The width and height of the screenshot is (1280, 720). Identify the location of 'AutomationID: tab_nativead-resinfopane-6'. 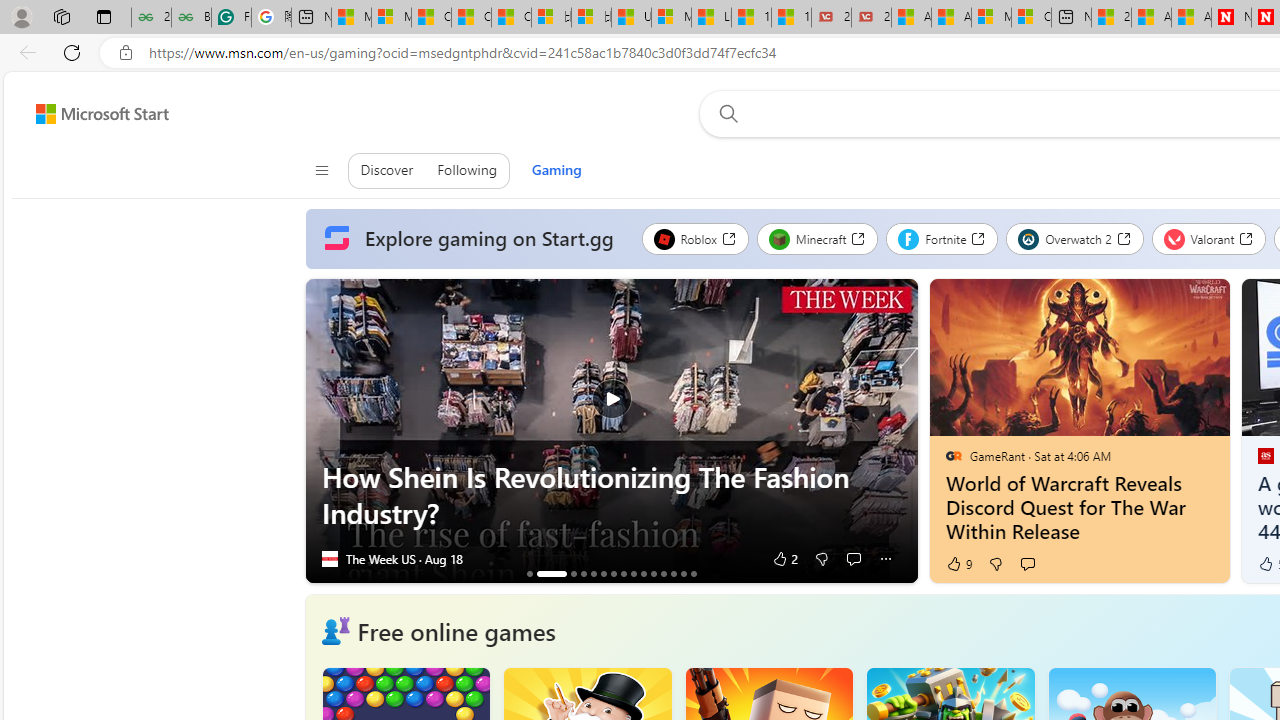
(602, 573).